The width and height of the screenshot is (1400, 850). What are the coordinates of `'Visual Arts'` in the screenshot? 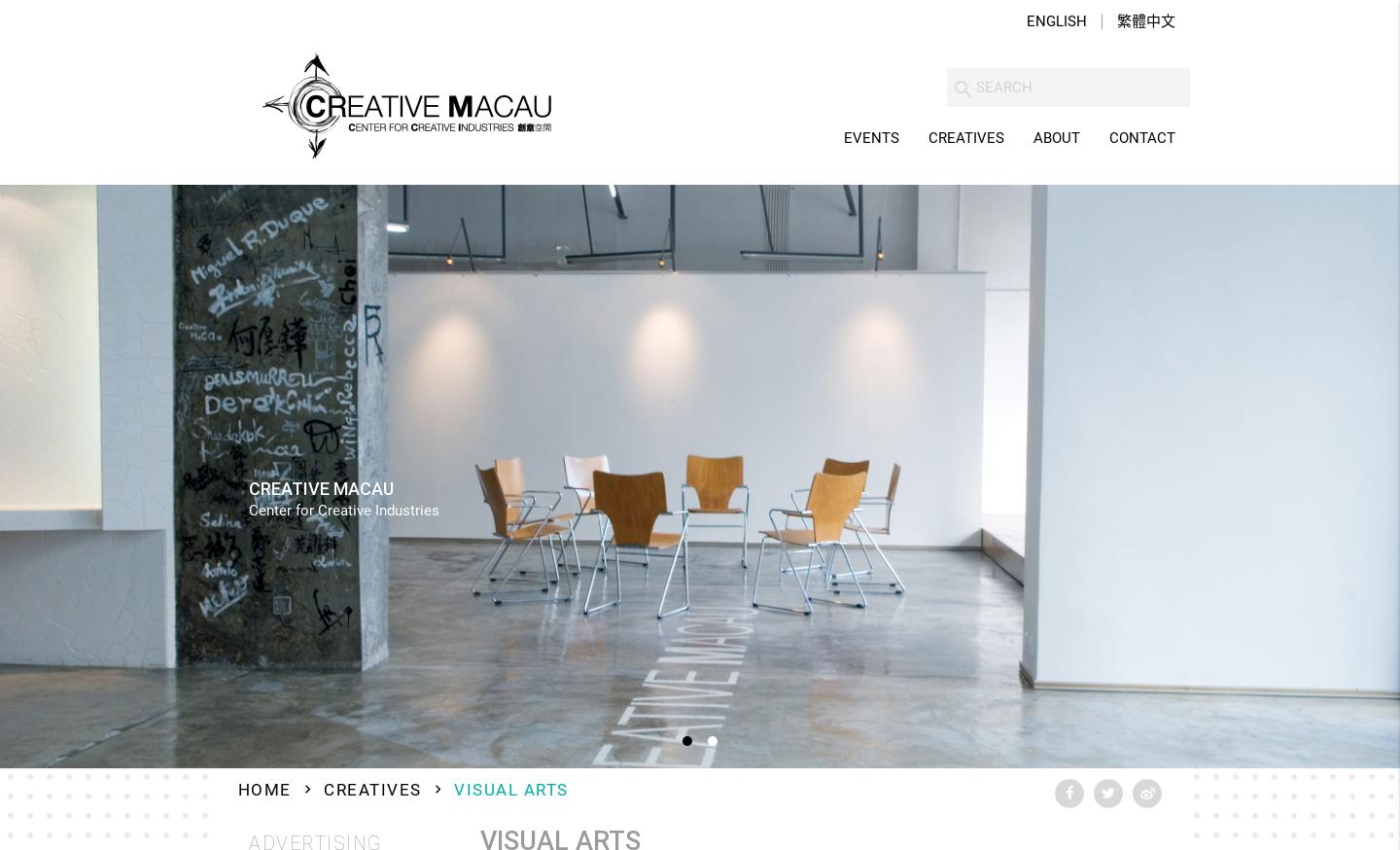 It's located at (509, 790).